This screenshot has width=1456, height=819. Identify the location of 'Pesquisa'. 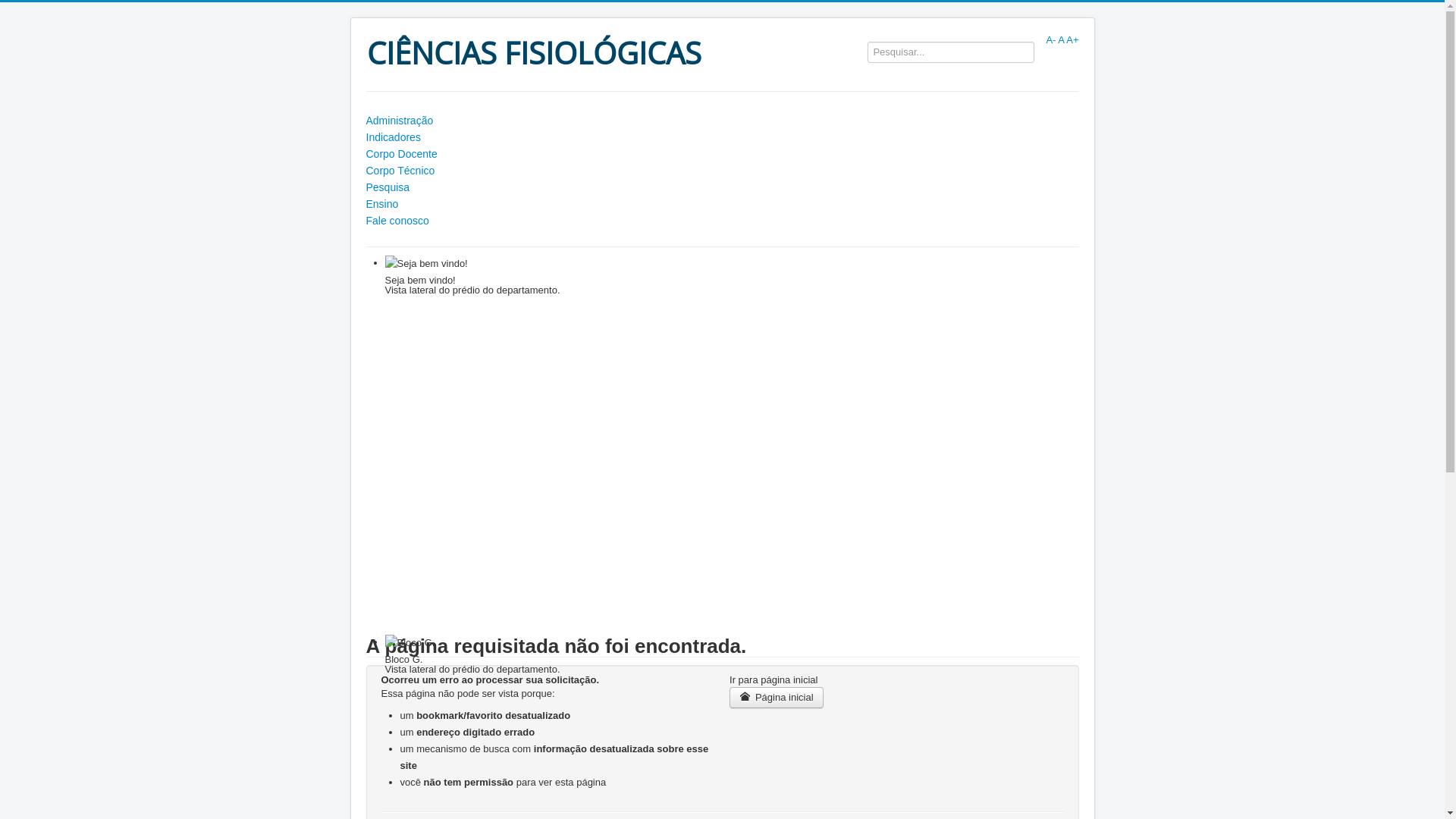
(365, 186).